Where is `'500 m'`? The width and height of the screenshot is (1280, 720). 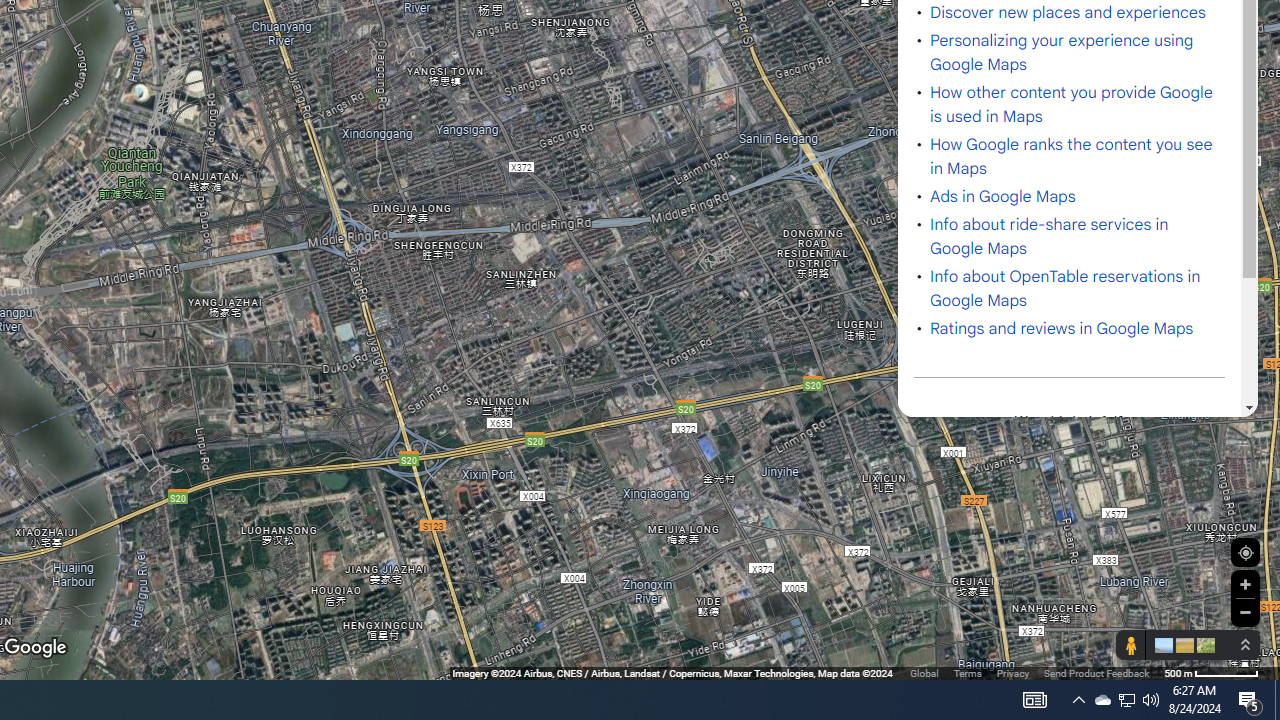 '500 m' is located at coordinates (1210, 673).